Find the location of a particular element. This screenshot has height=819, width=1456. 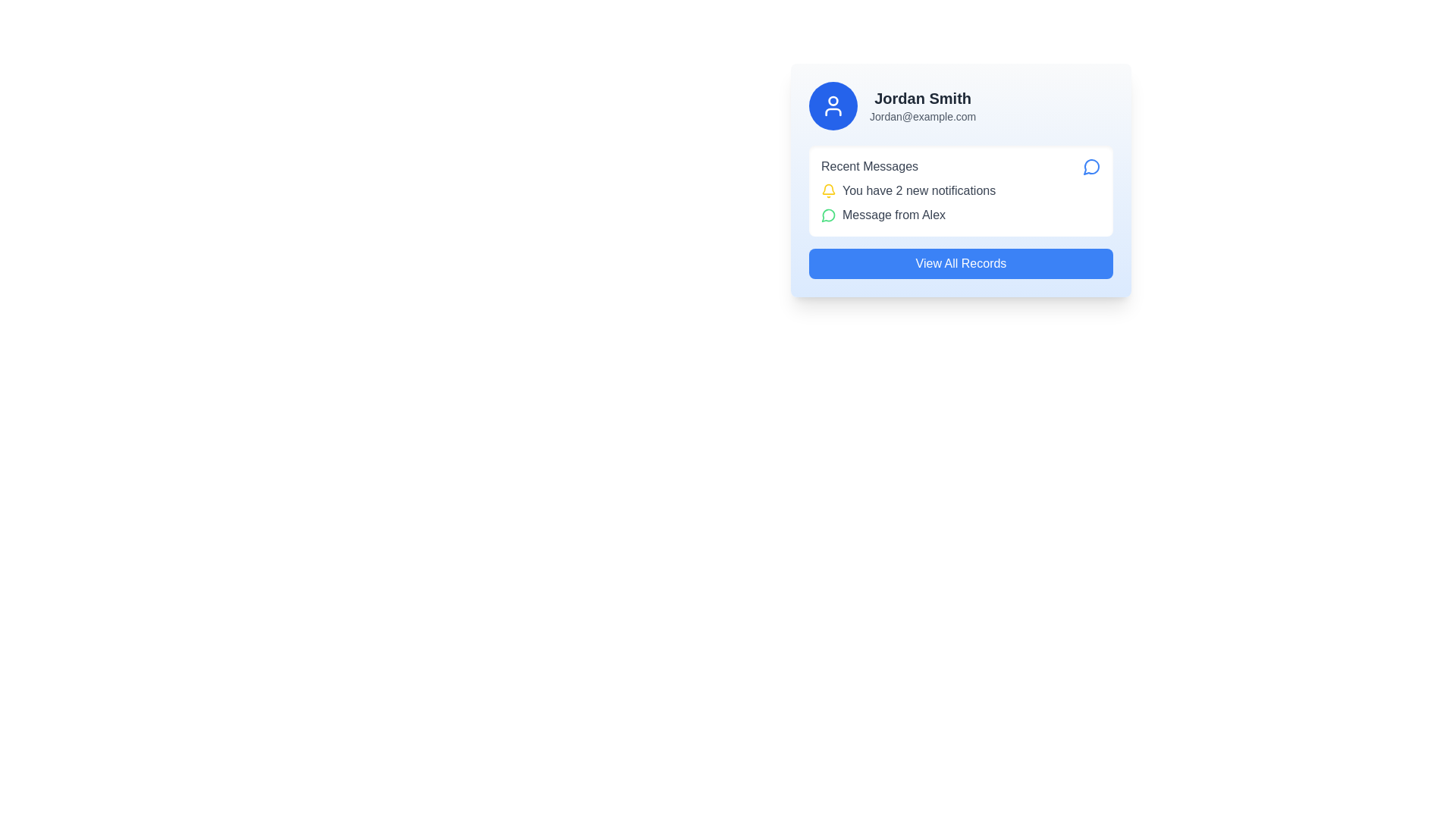

the circular icon button with a blue background and white user profile icon, located in the top left corner of the user profile display area is located at coordinates (833, 105).